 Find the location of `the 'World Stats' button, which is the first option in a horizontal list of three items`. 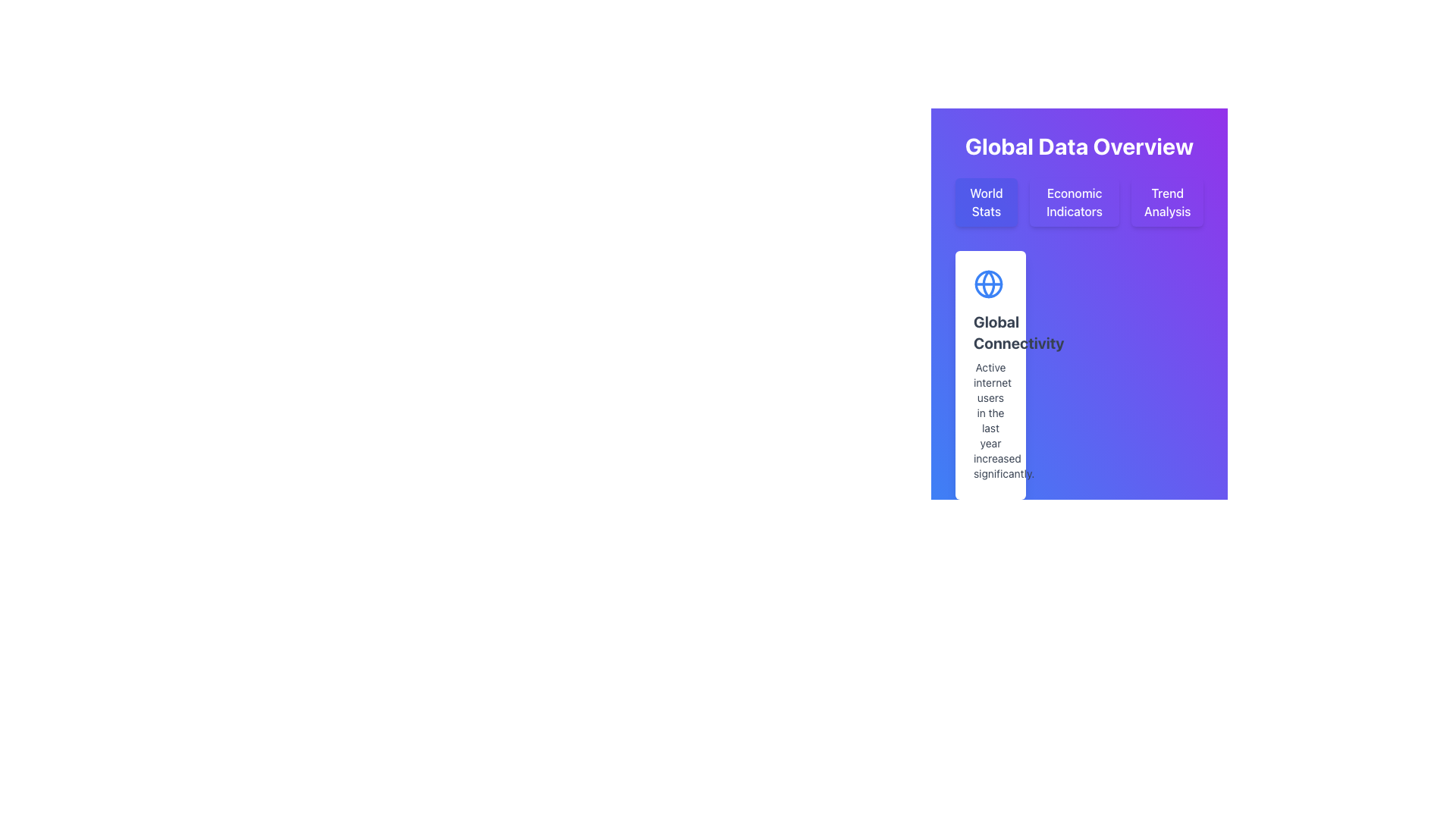

the 'World Stats' button, which is the first option in a horizontal list of three items is located at coordinates (986, 201).